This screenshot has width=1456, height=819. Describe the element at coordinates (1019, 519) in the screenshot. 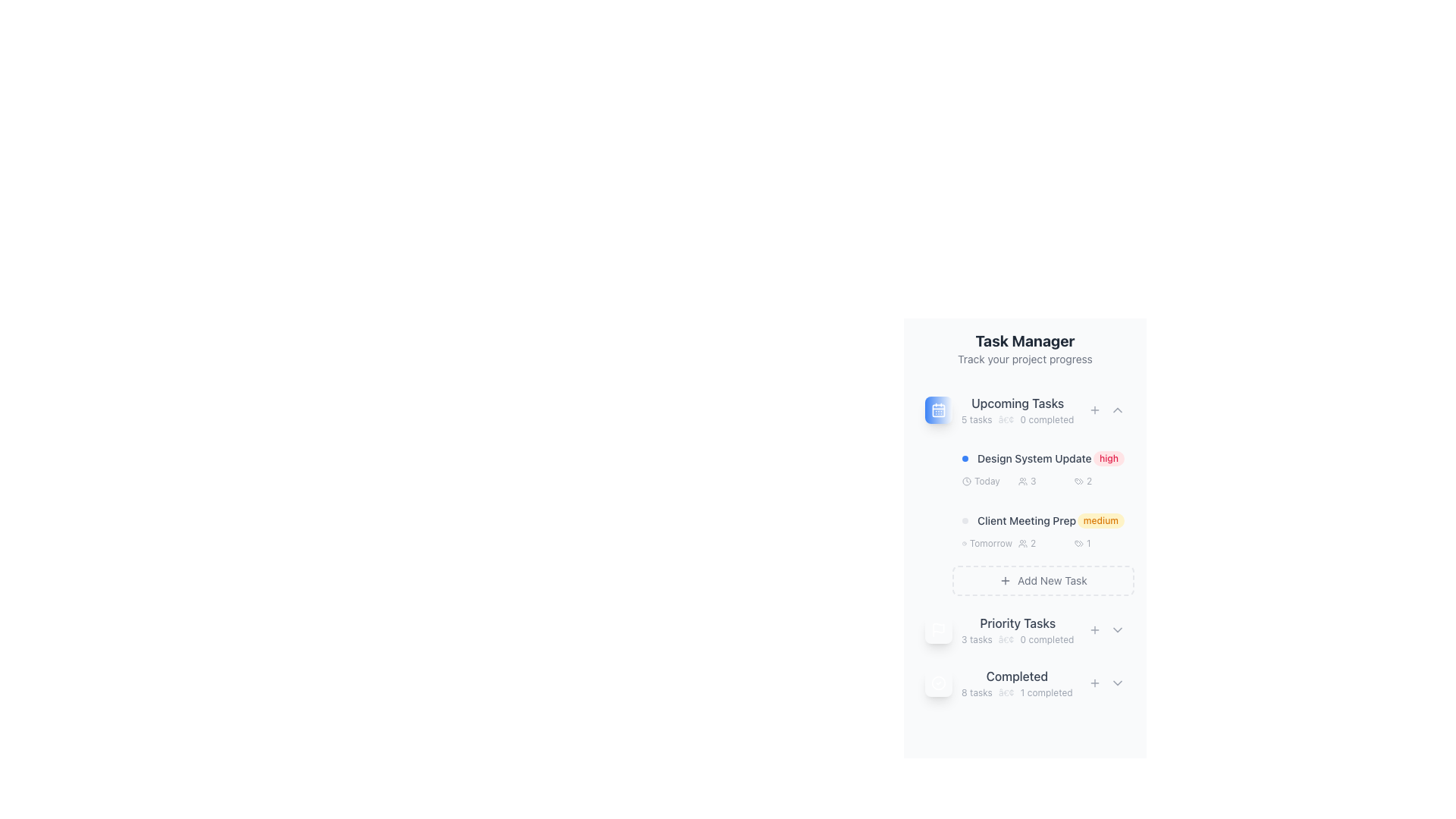

I see `the 'Client Meeting Prep' task display in the 'Upcoming Tasks' section` at that location.